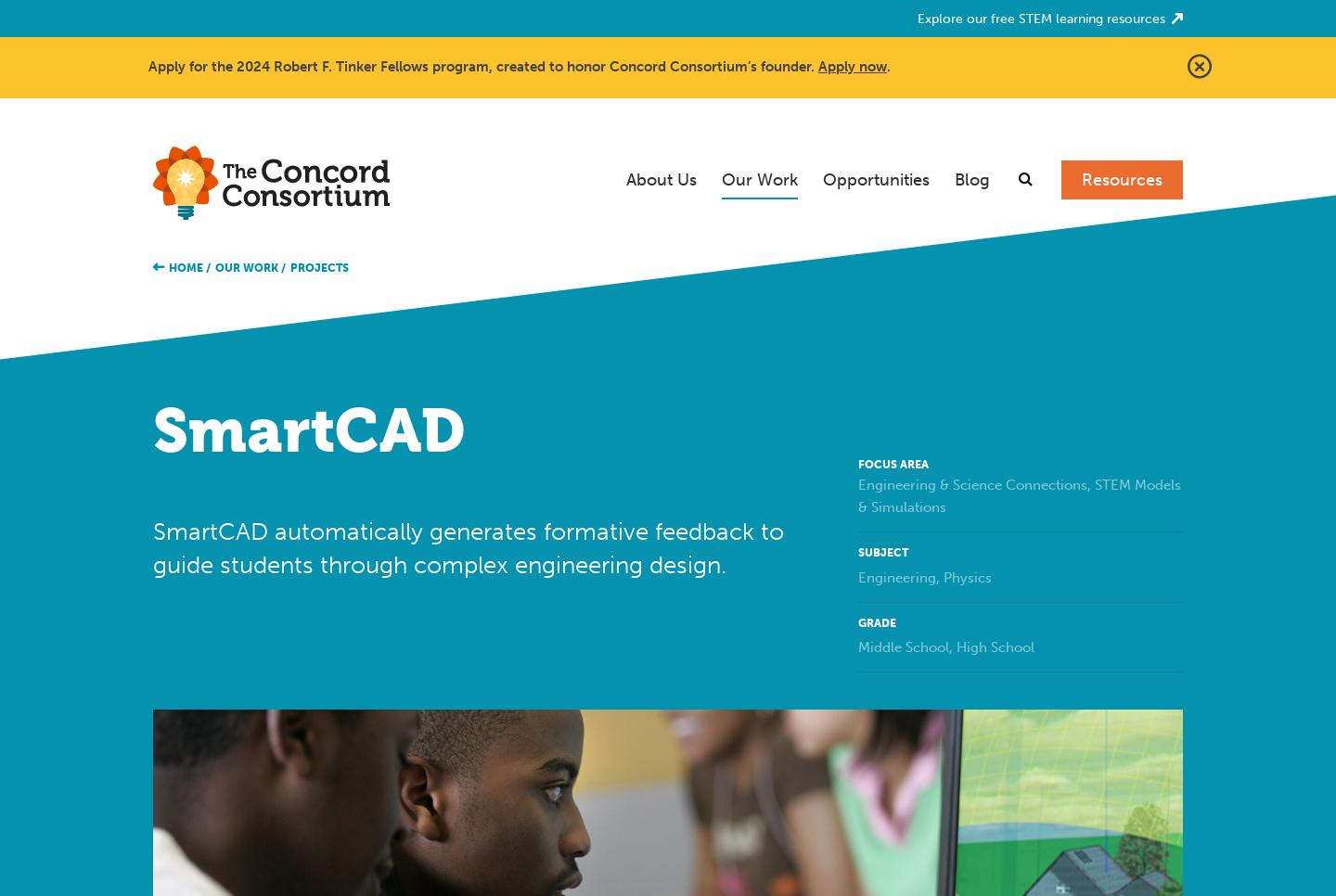 This screenshot has height=896, width=1336. Describe the element at coordinates (858, 463) in the screenshot. I see `'Focus Area'` at that location.